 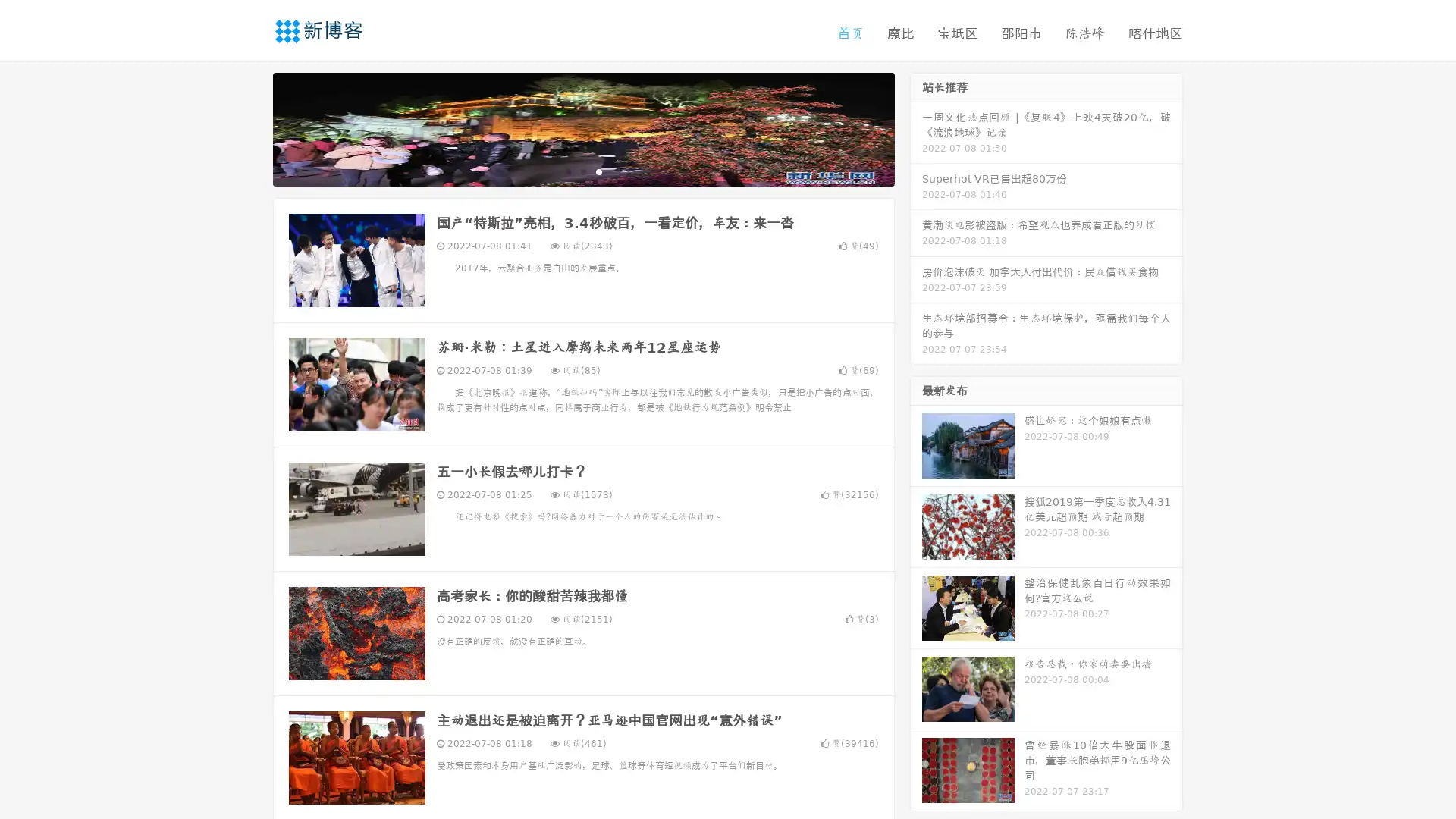 What do you see at coordinates (250, 127) in the screenshot?
I see `Previous slide` at bounding box center [250, 127].